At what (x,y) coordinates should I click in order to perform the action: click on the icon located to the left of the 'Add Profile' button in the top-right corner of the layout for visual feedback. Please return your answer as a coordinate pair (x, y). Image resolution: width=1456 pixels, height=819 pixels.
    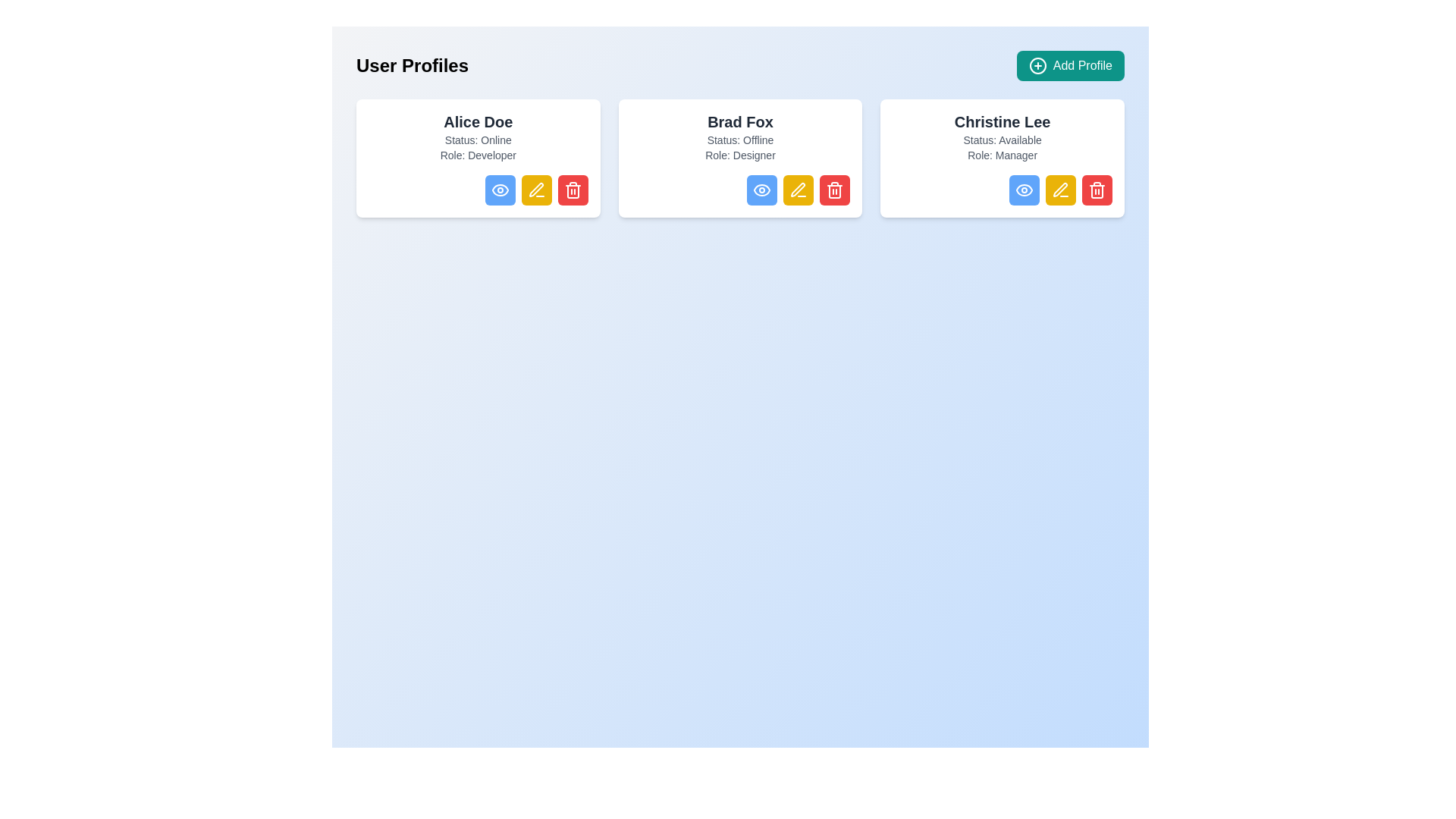
    Looking at the image, I should click on (1037, 65).